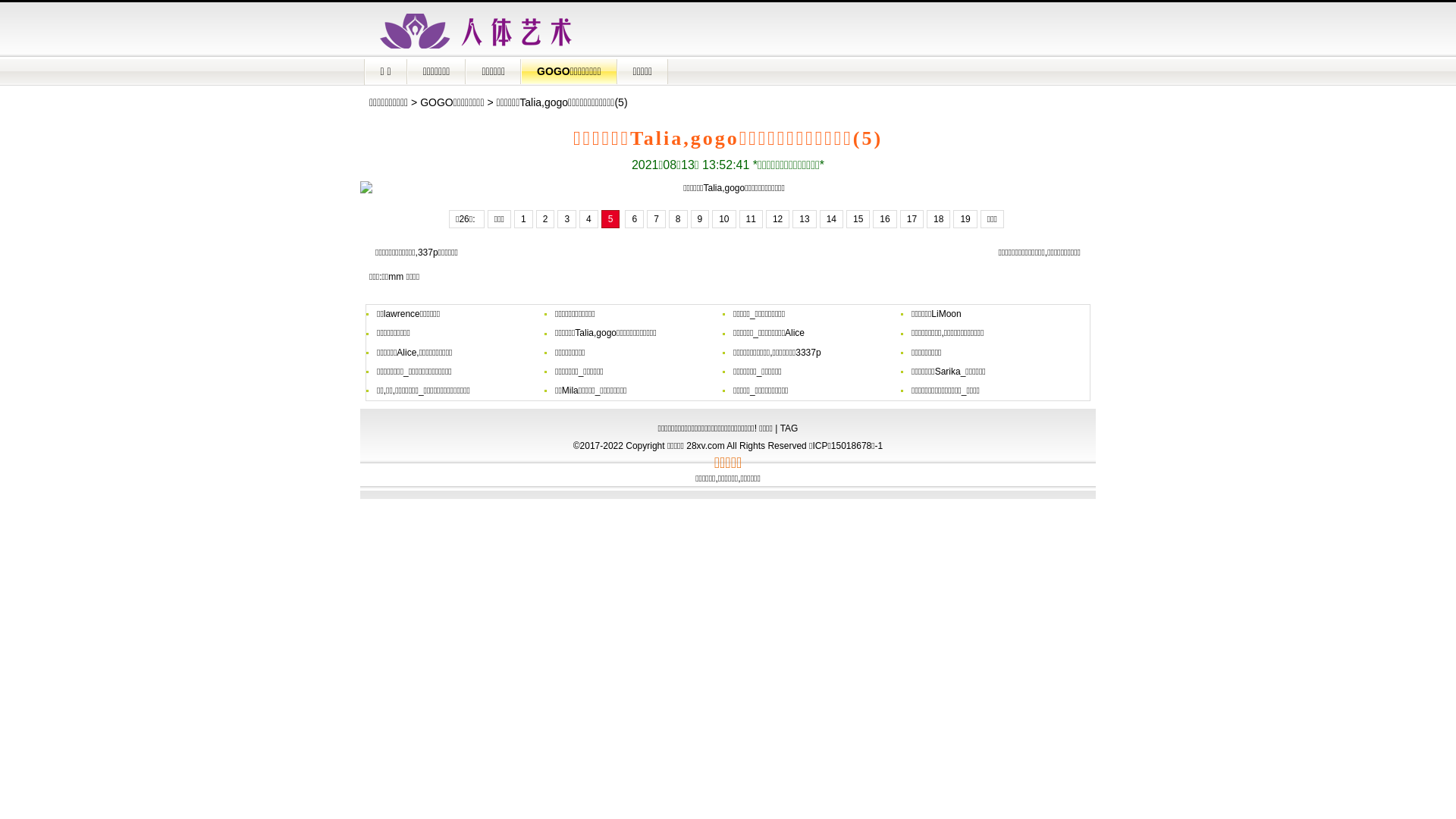  I want to click on 'TAG', so click(789, 428).